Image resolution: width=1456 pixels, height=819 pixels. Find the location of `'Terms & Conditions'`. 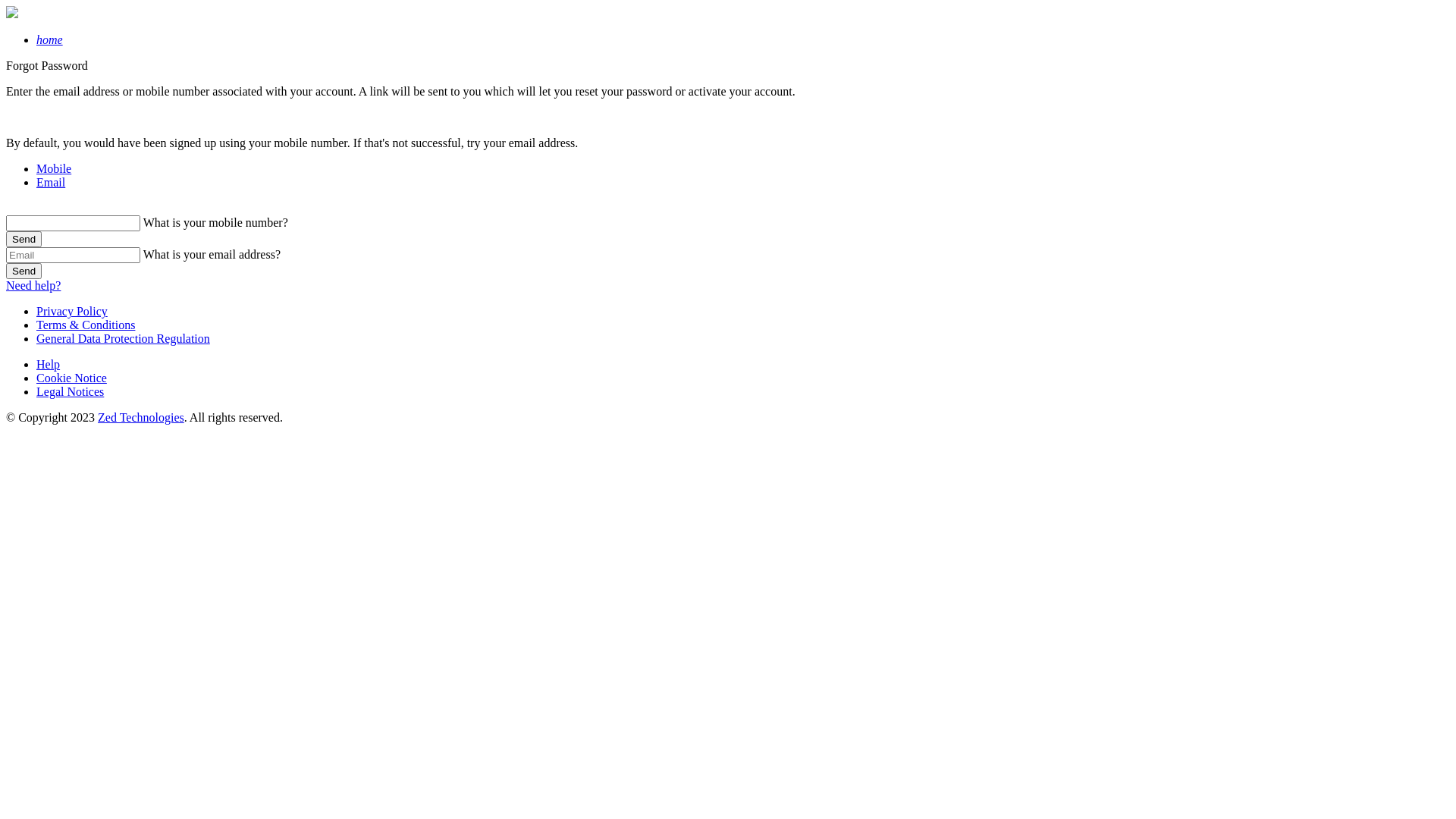

'Terms & Conditions' is located at coordinates (85, 324).